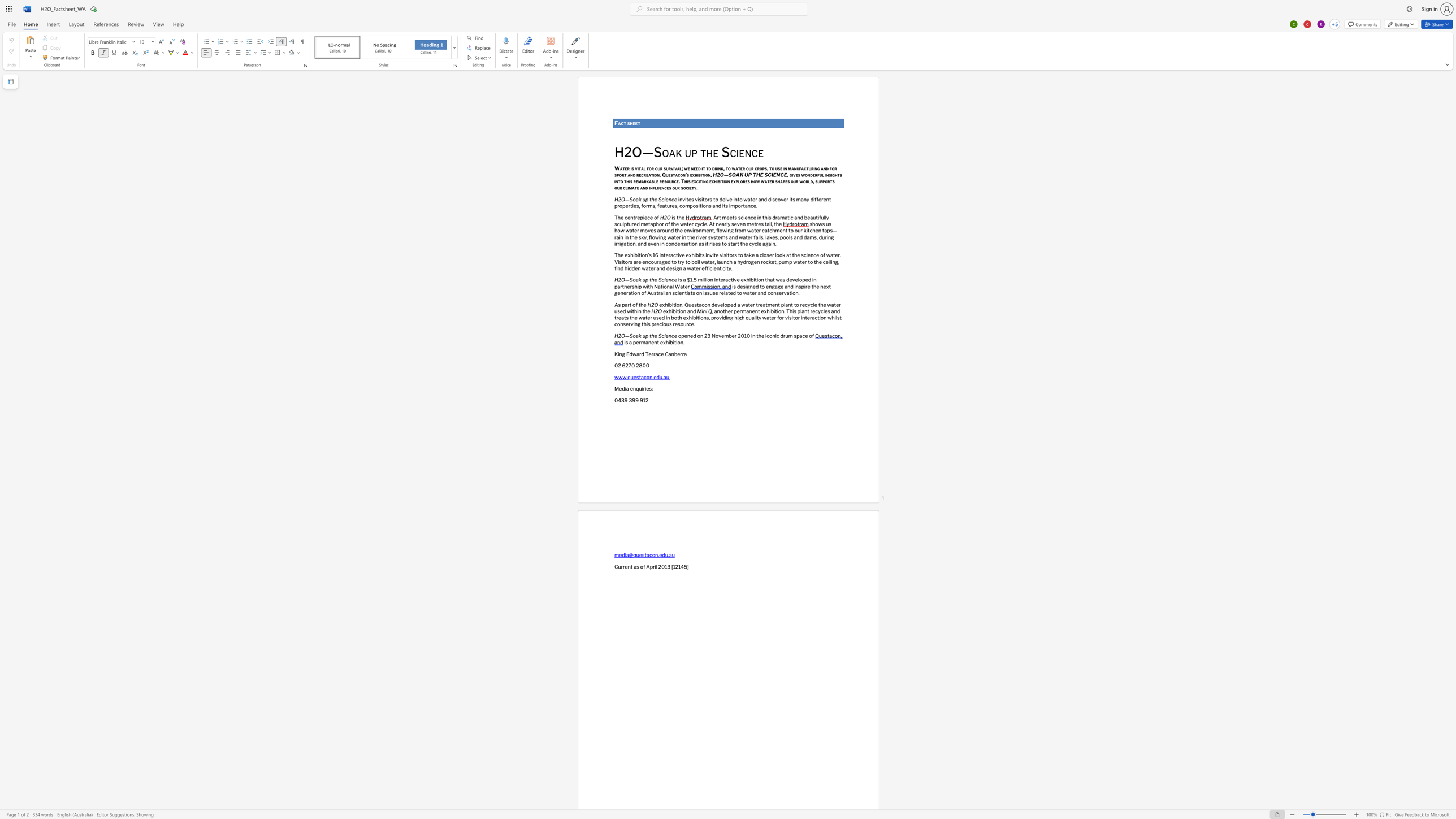 This screenshot has height=819, width=1456. I want to click on the 1th character "a" in the text, so click(640, 187).